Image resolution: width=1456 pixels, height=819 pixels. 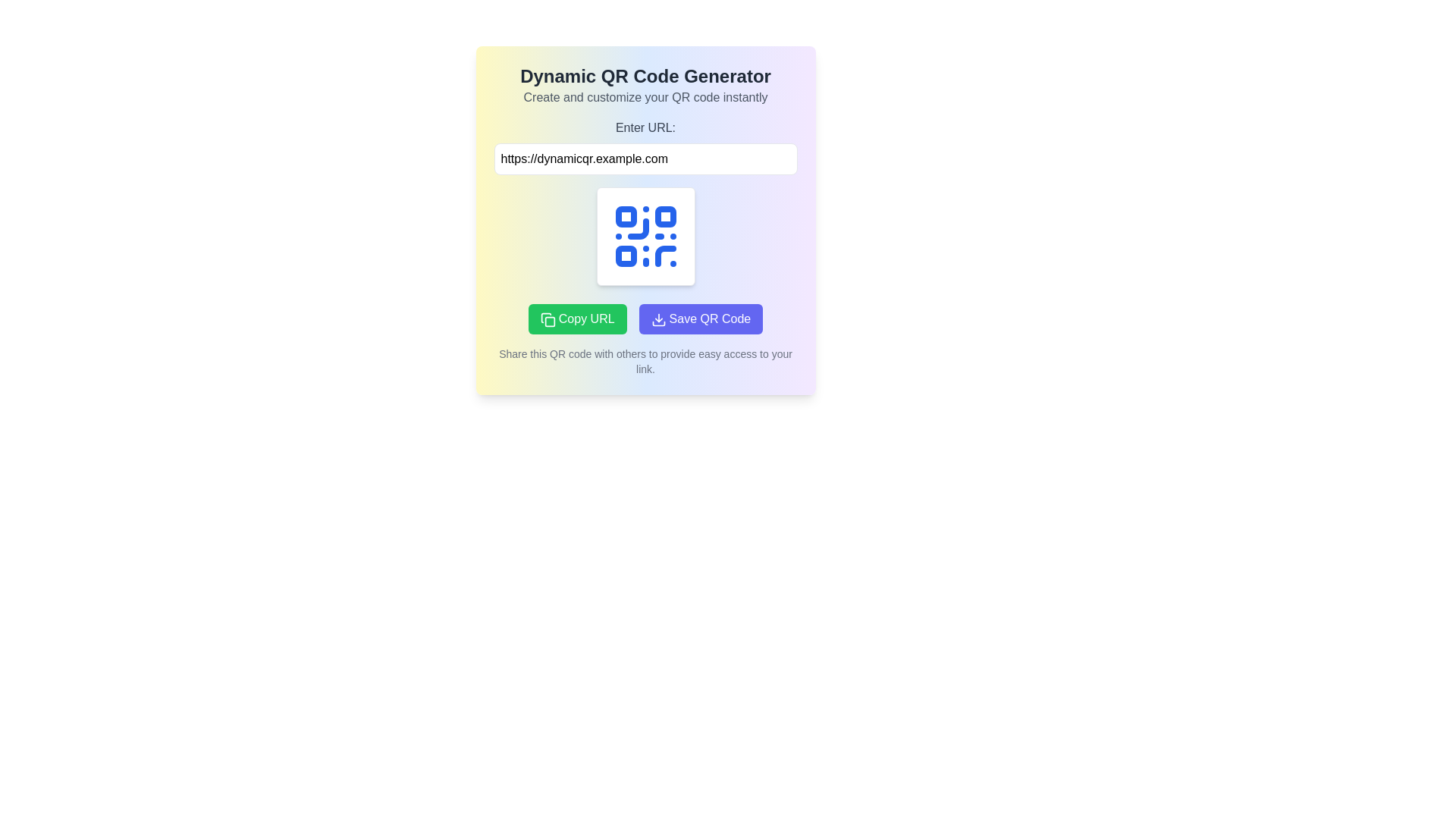 What do you see at coordinates (576, 318) in the screenshot?
I see `the button on the left side of the horizontal layout to copy the URL to the clipboard` at bounding box center [576, 318].